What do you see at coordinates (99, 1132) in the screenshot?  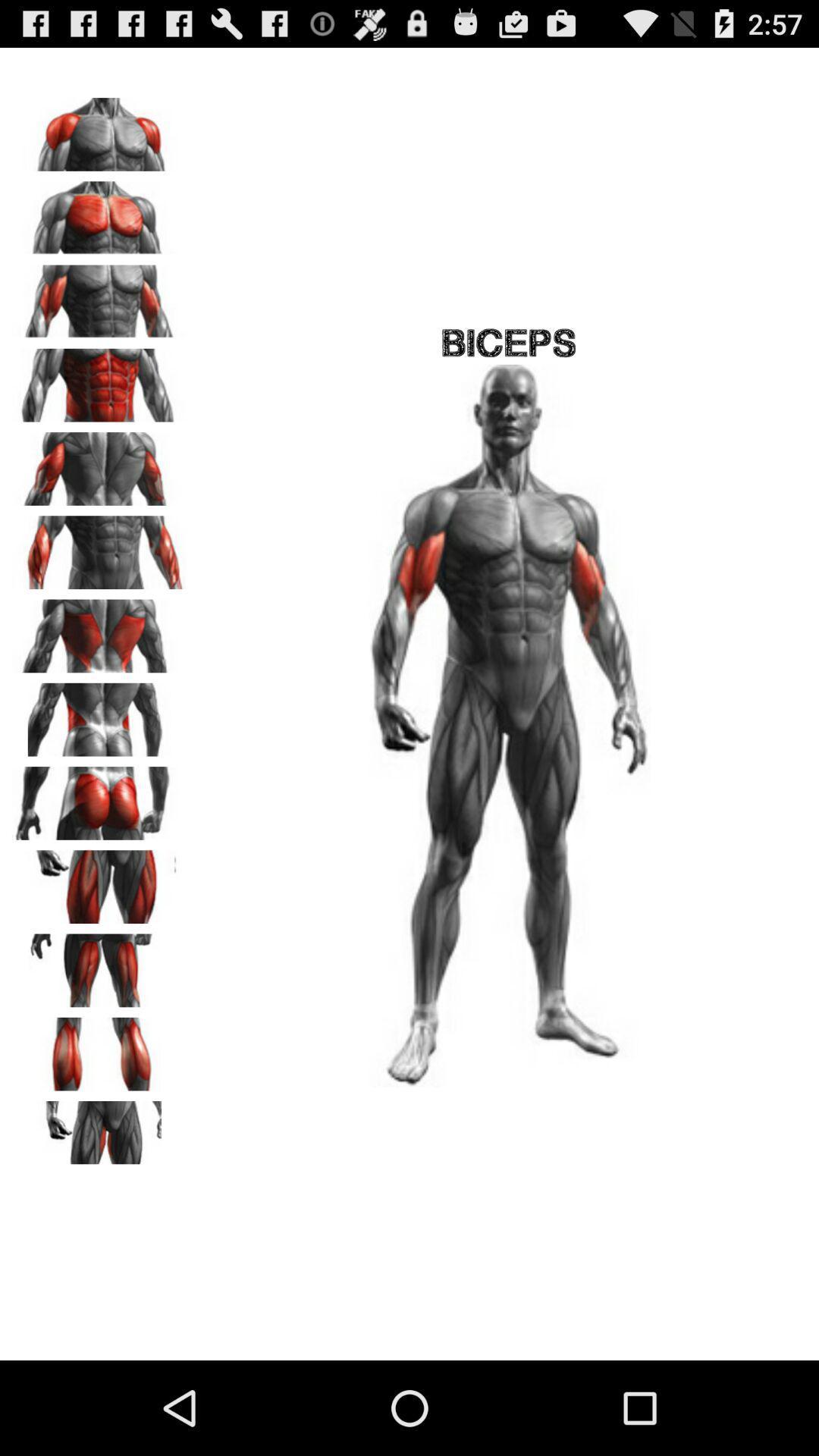 I see `choose option` at bounding box center [99, 1132].